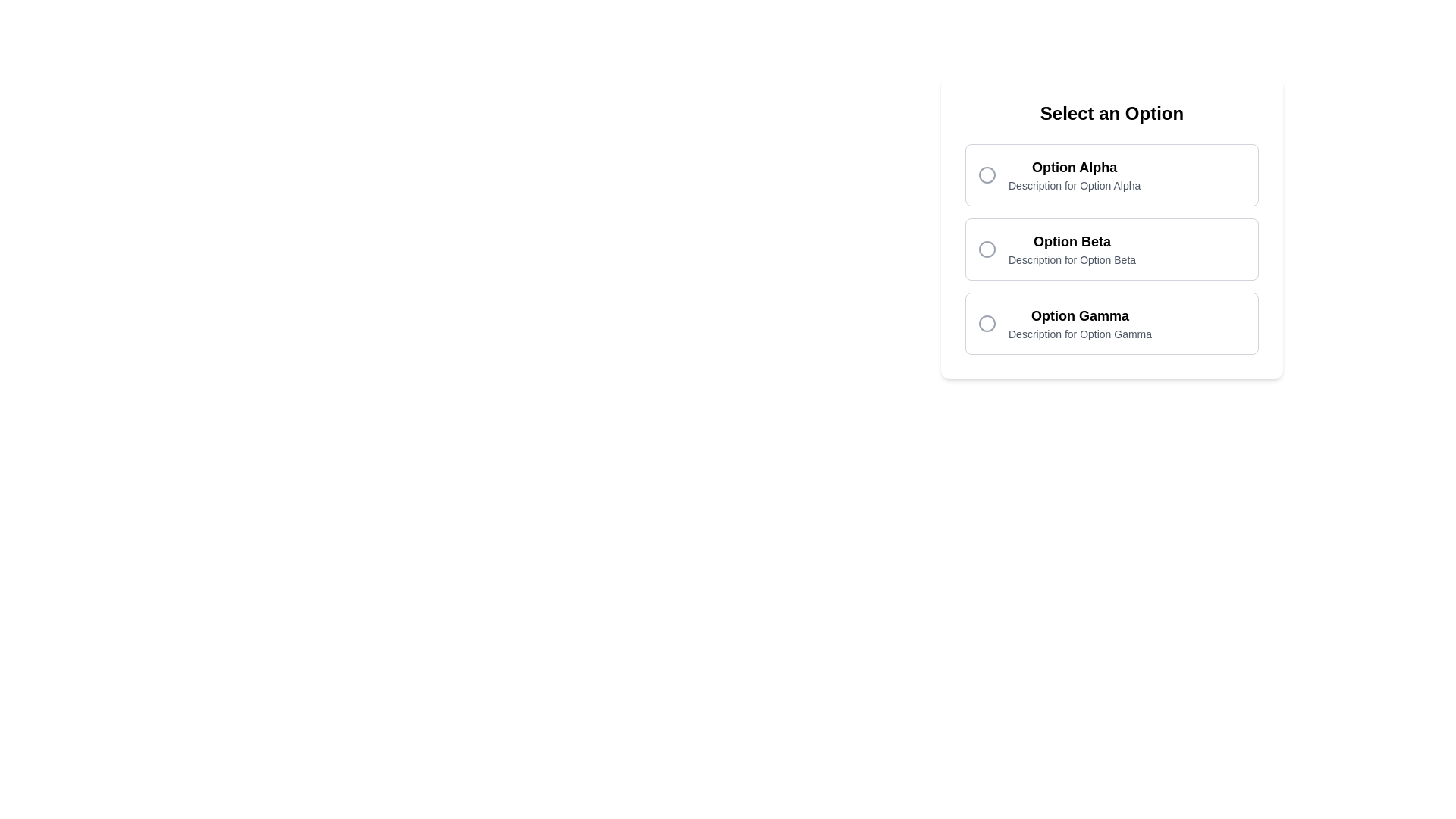 This screenshot has width=1456, height=819. What do you see at coordinates (1074, 174) in the screenshot?
I see `the first list item option titled 'Option Alpha' located directly underneath the header 'Select an Option'` at bounding box center [1074, 174].